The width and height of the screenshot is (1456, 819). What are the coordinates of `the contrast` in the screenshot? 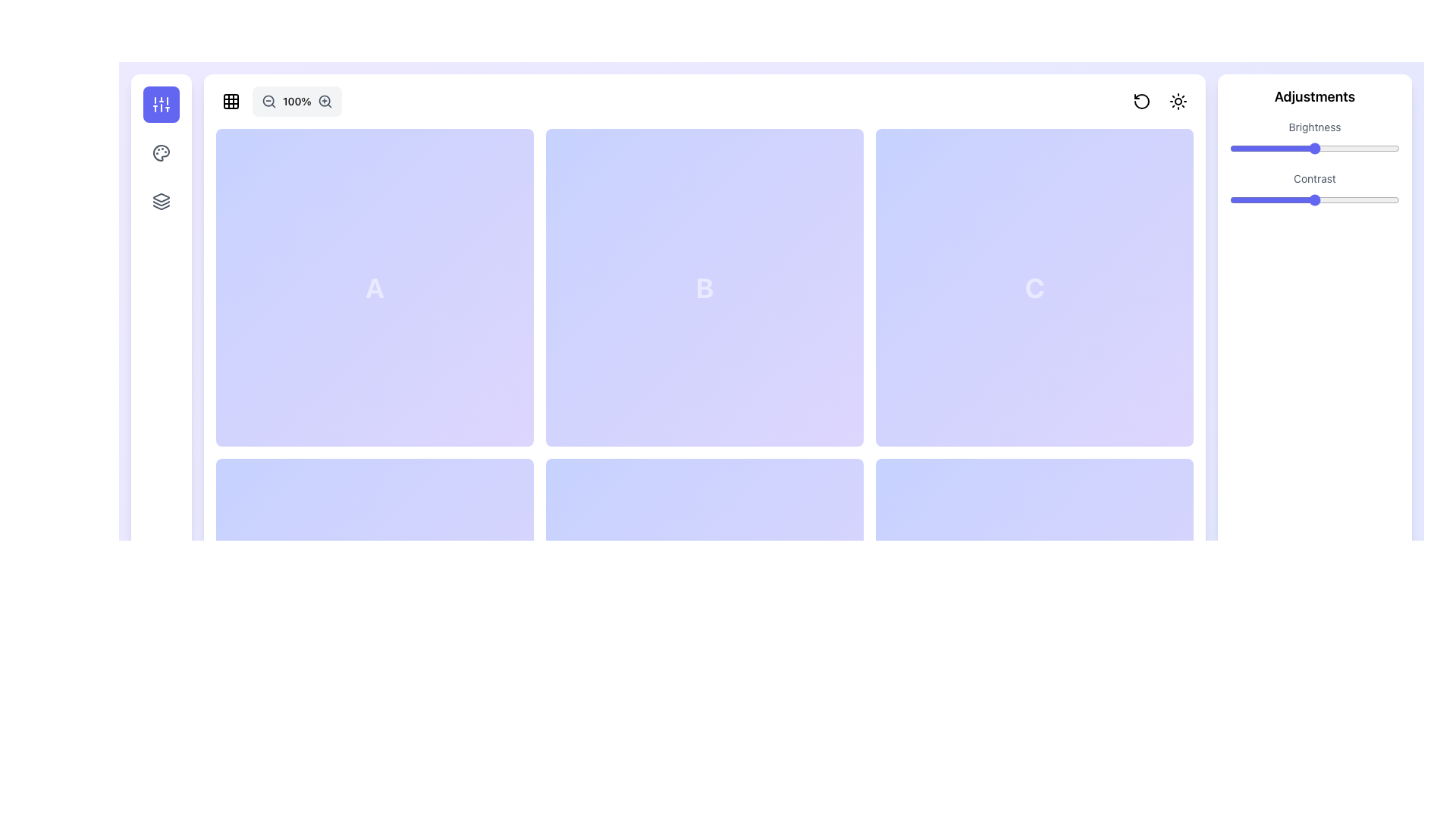 It's located at (1313, 199).